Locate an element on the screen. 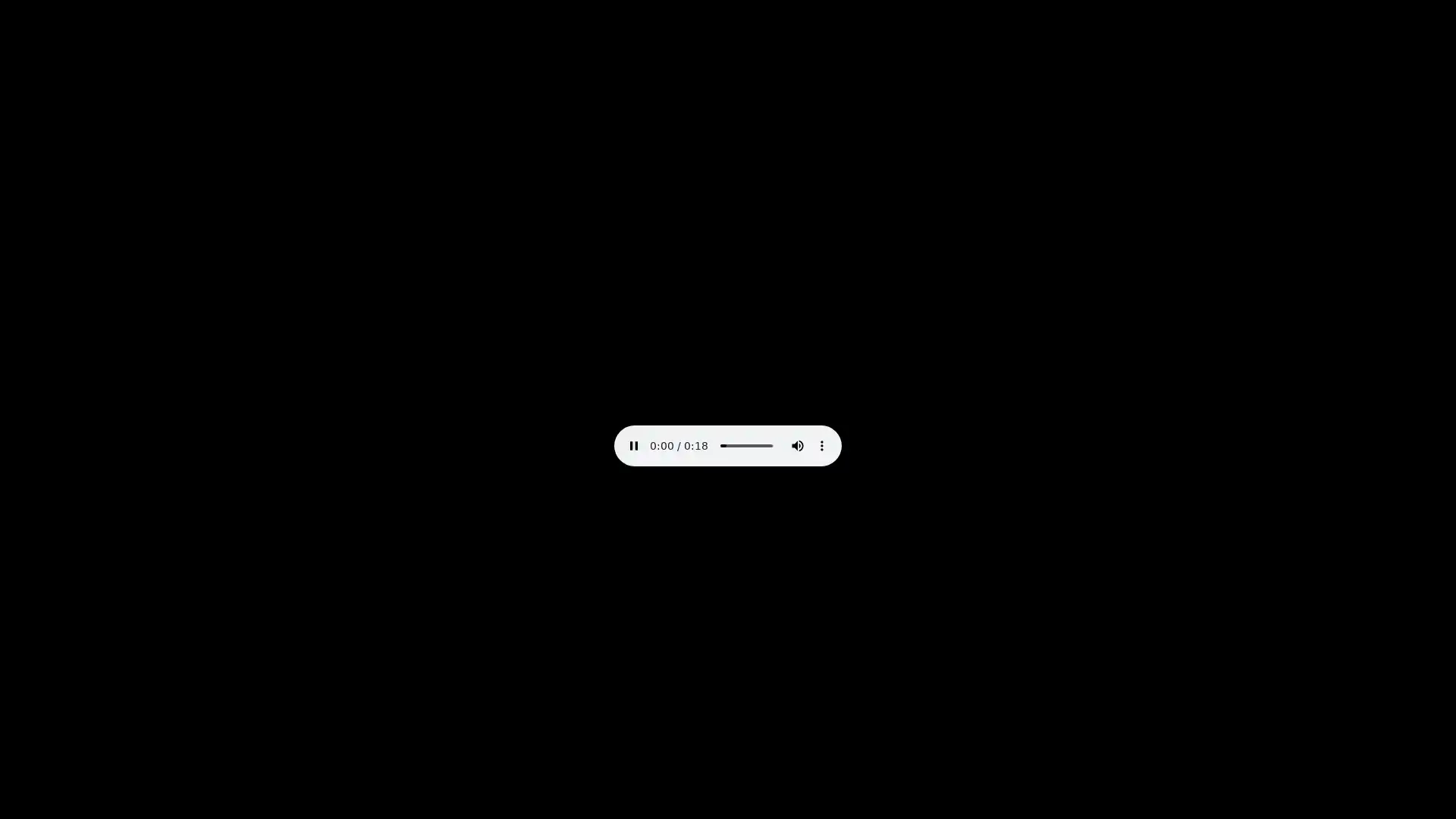 The image size is (1456, 819). pause is located at coordinates (633, 444).